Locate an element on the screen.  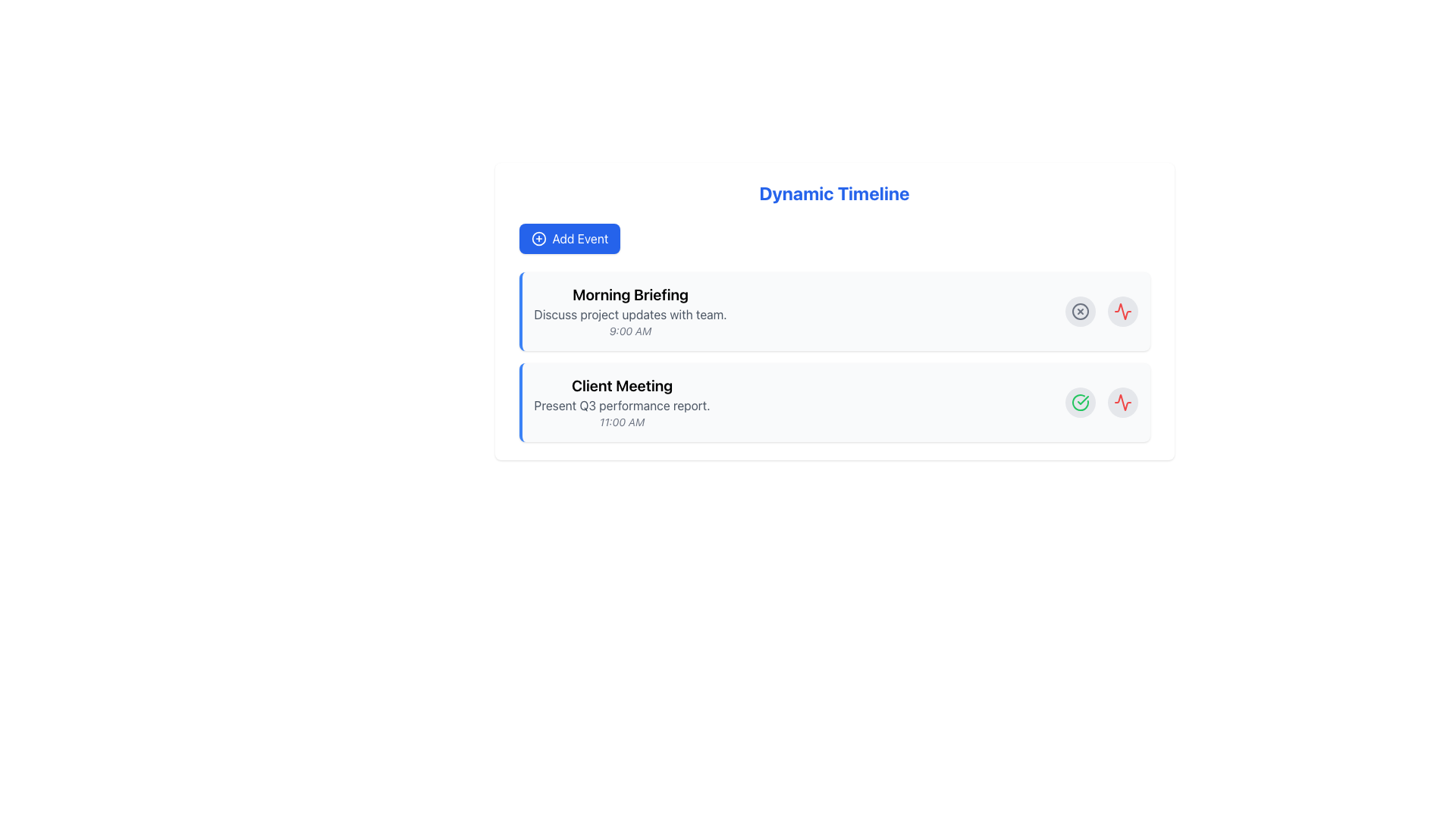
the red activity graph icon inside the circular button in the action area of the 'Client Meeting' event row is located at coordinates (1122, 311).